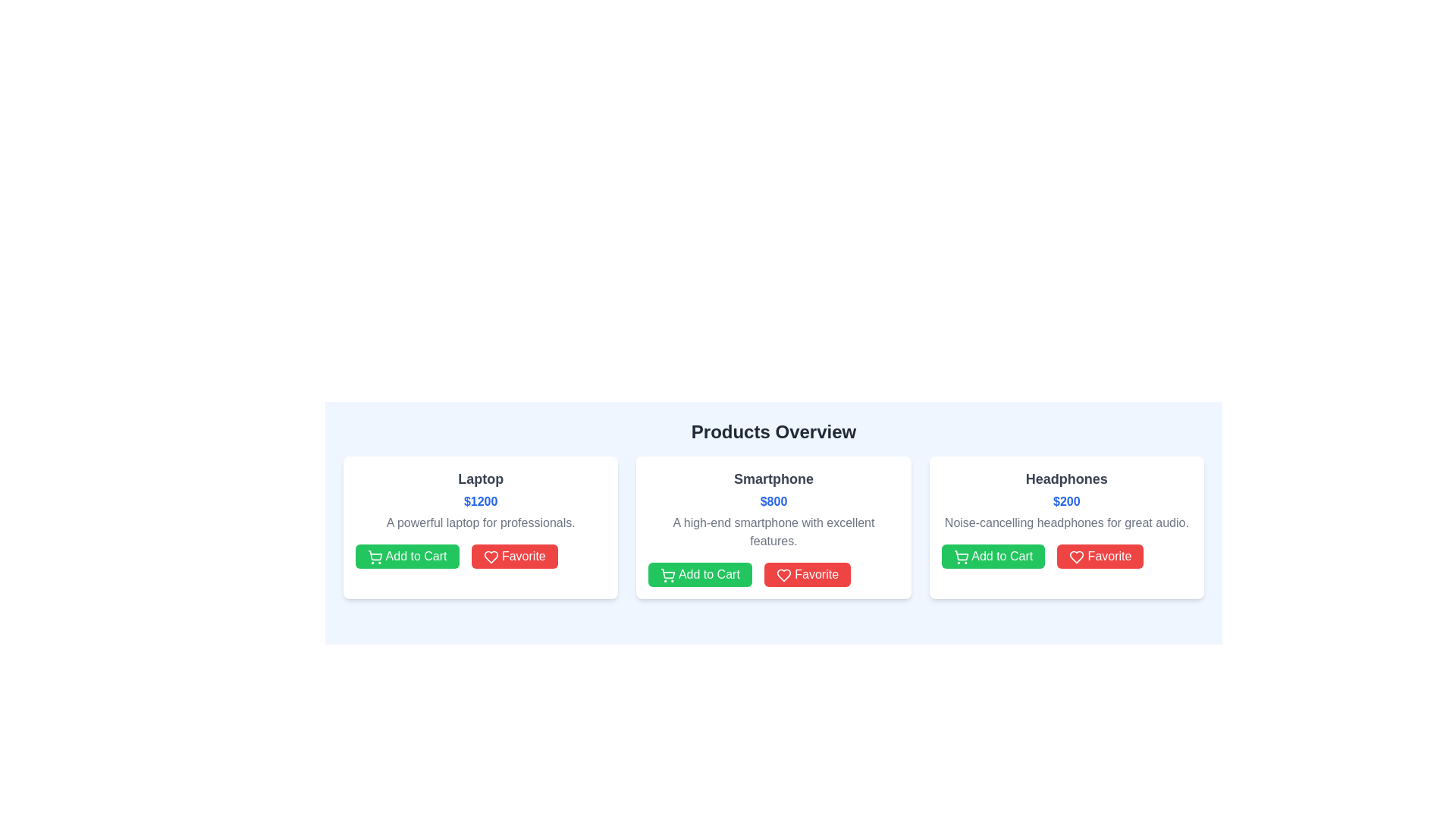  What do you see at coordinates (960, 555) in the screenshot?
I see `the 'Add to Cart' button located beneath the 'Headphones' section in the 'Products Overview' section to trigger the add-to-cart action` at bounding box center [960, 555].